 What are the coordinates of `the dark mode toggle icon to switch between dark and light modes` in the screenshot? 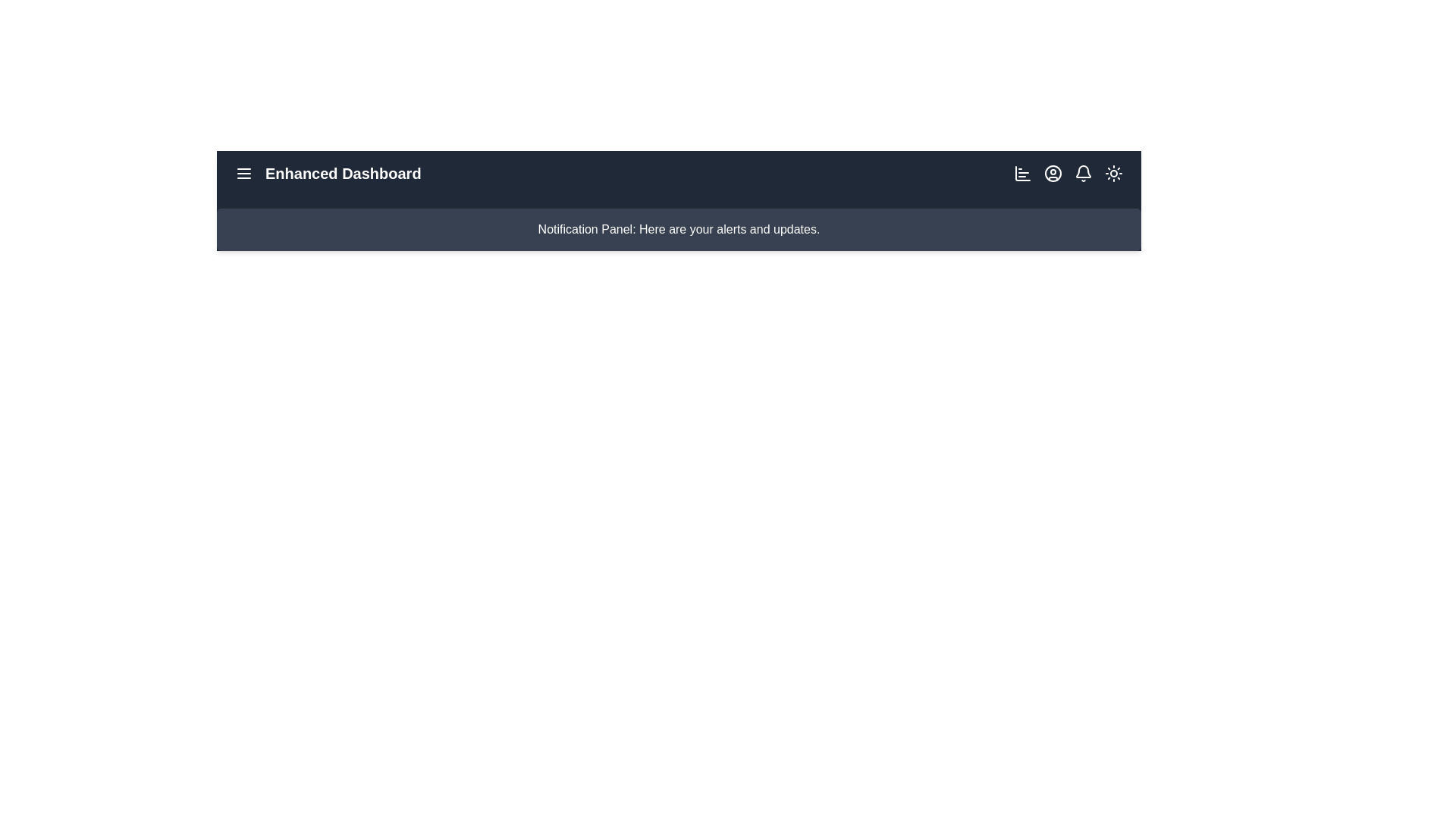 It's located at (1113, 172).